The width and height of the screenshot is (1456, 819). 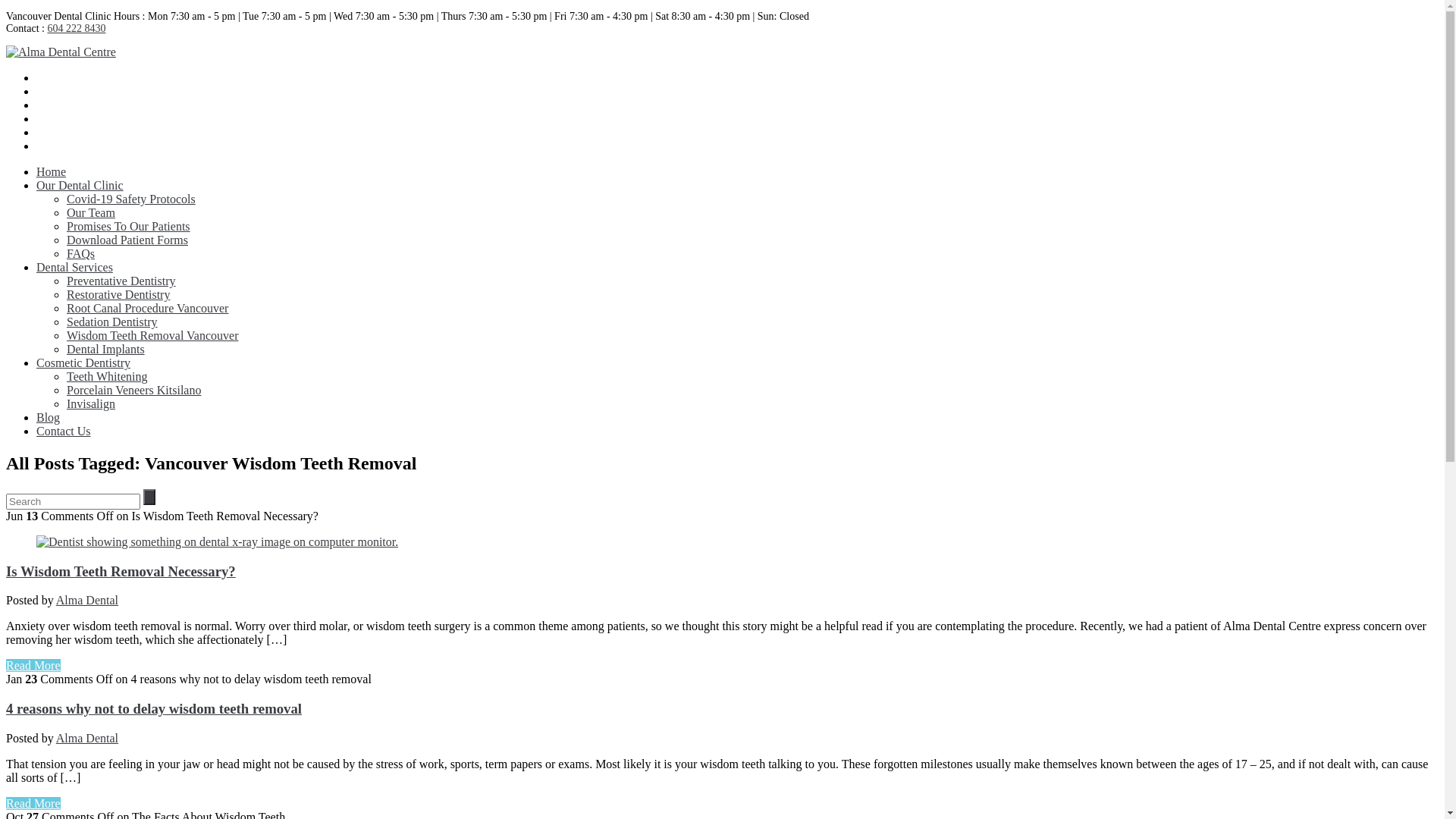 What do you see at coordinates (147, 307) in the screenshot?
I see `'Root Canal Procedure Vancouver'` at bounding box center [147, 307].